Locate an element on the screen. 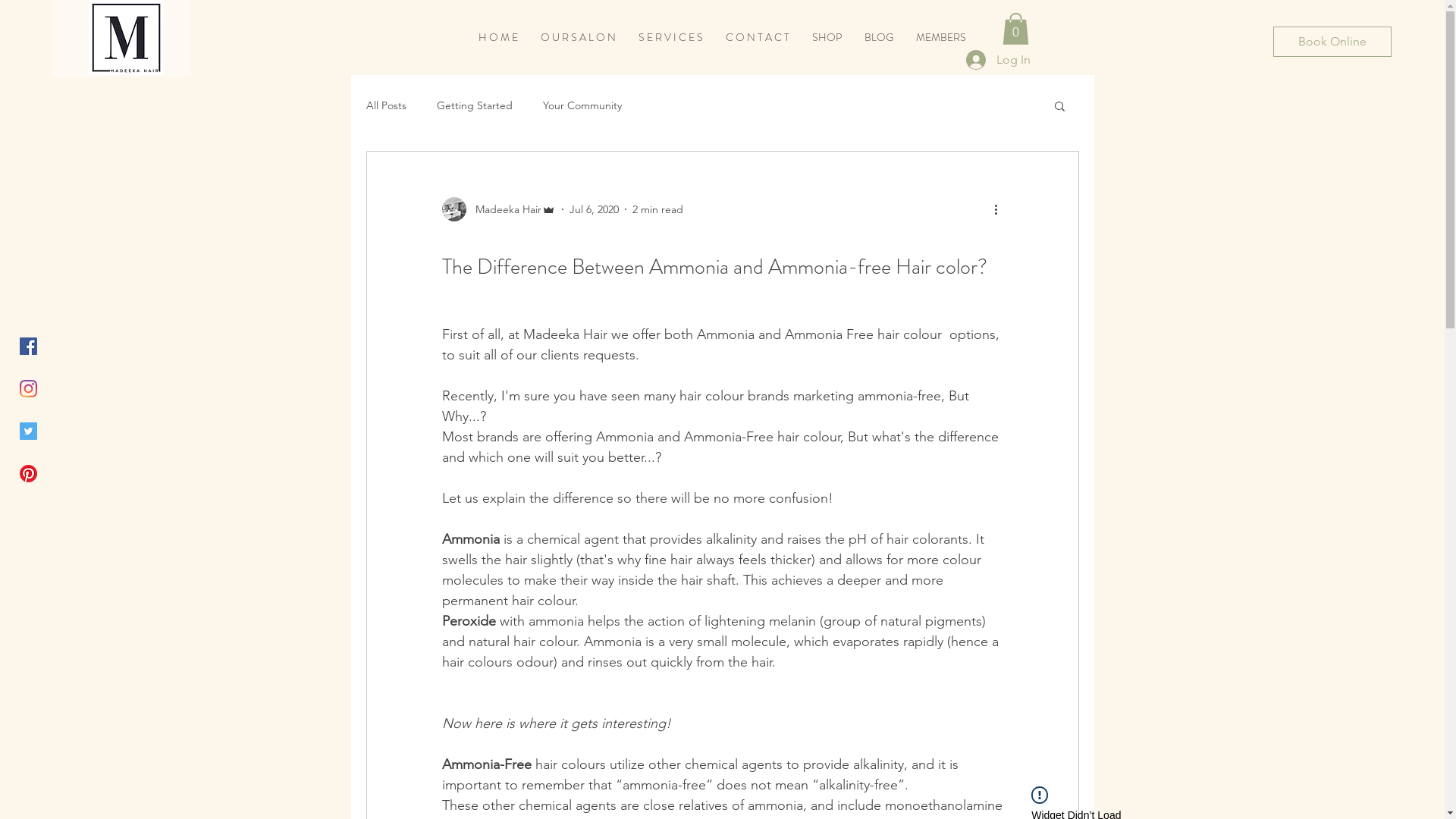 This screenshot has width=1456, height=819. 'C O N T A C T' is located at coordinates (713, 36).